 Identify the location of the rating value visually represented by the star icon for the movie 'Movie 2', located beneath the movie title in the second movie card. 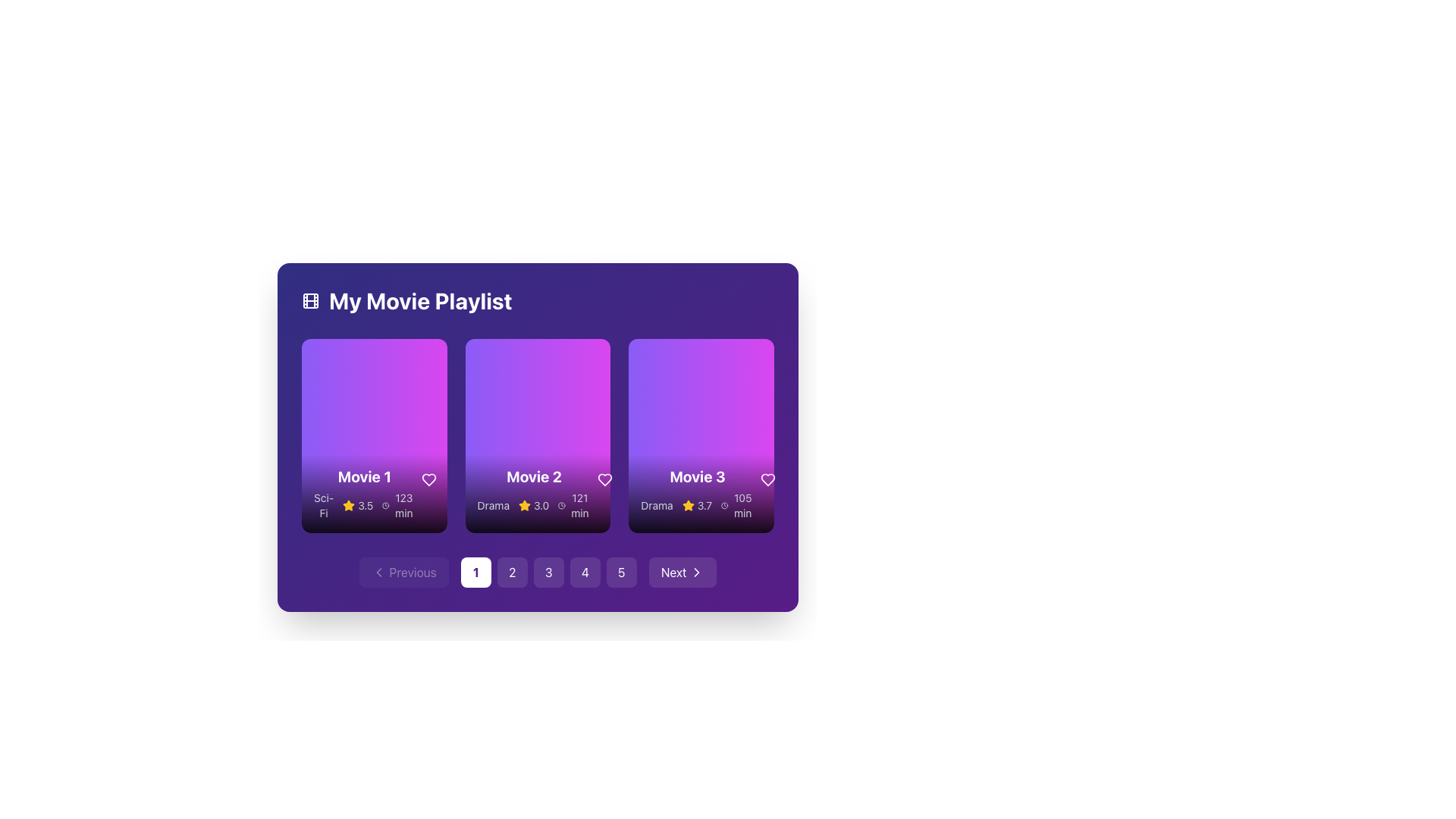
(524, 505).